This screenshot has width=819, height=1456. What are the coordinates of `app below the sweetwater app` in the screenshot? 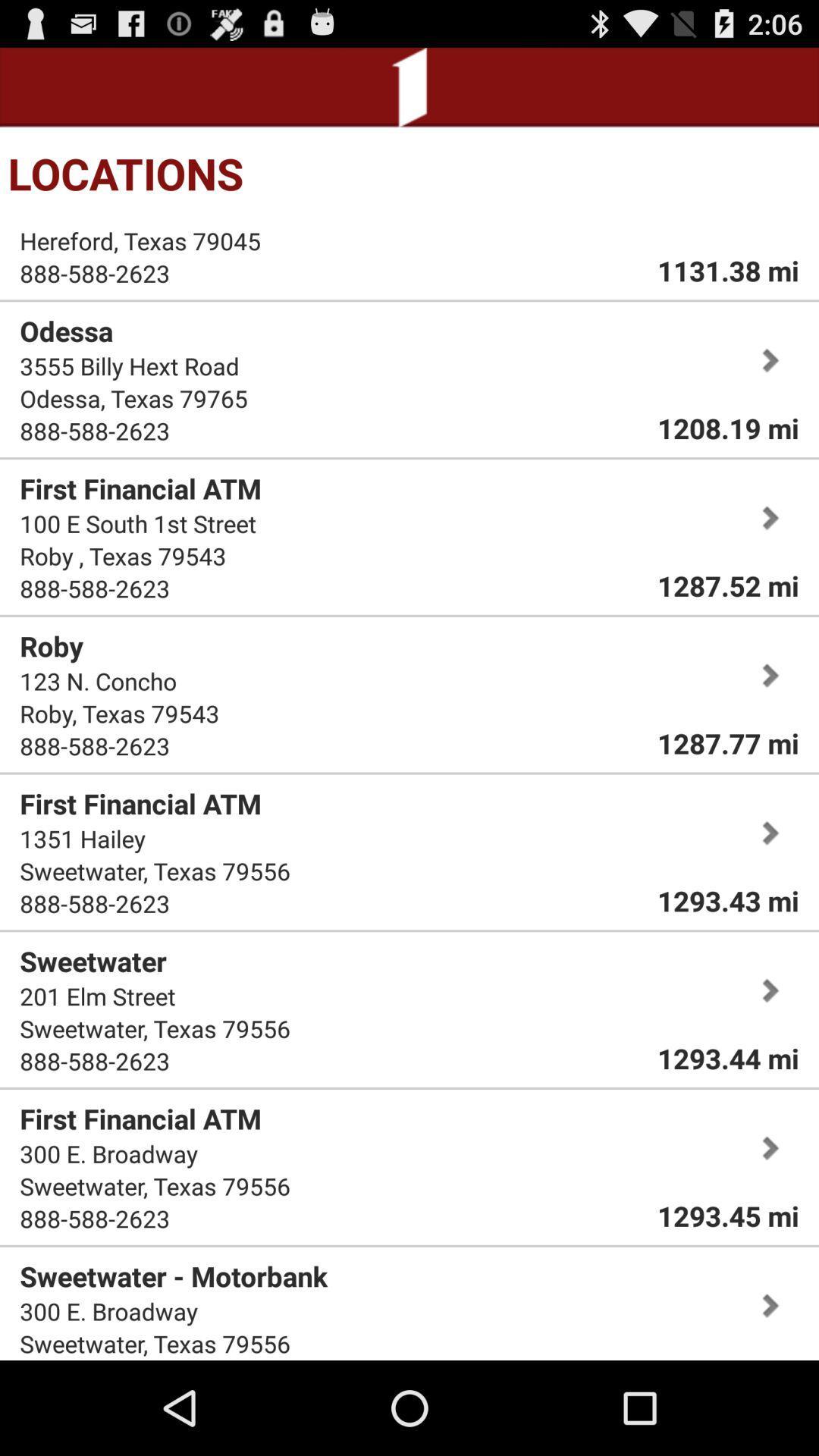 It's located at (97, 996).